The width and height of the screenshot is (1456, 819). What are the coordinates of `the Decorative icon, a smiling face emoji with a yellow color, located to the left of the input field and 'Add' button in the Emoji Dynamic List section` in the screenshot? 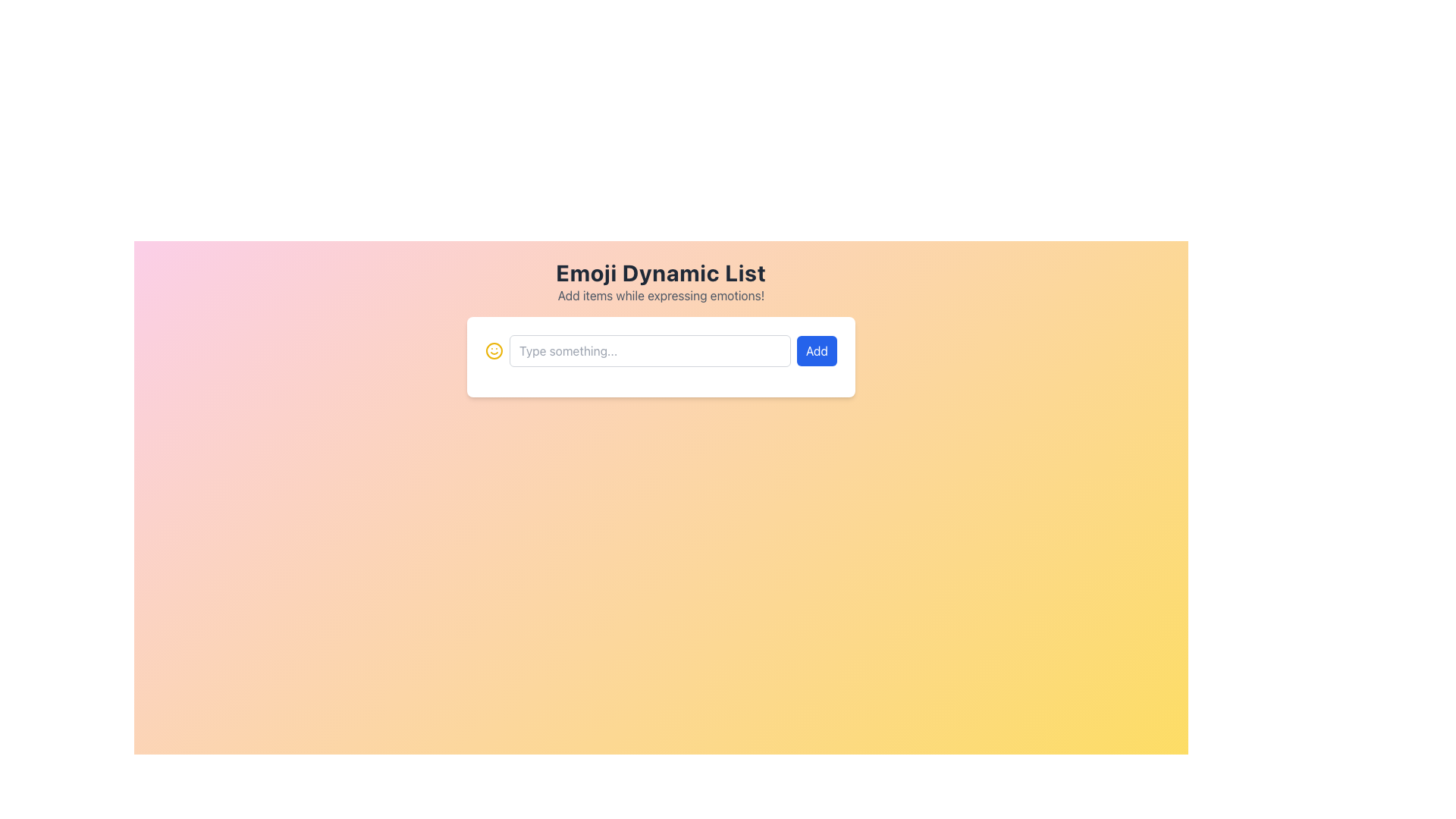 It's located at (494, 350).